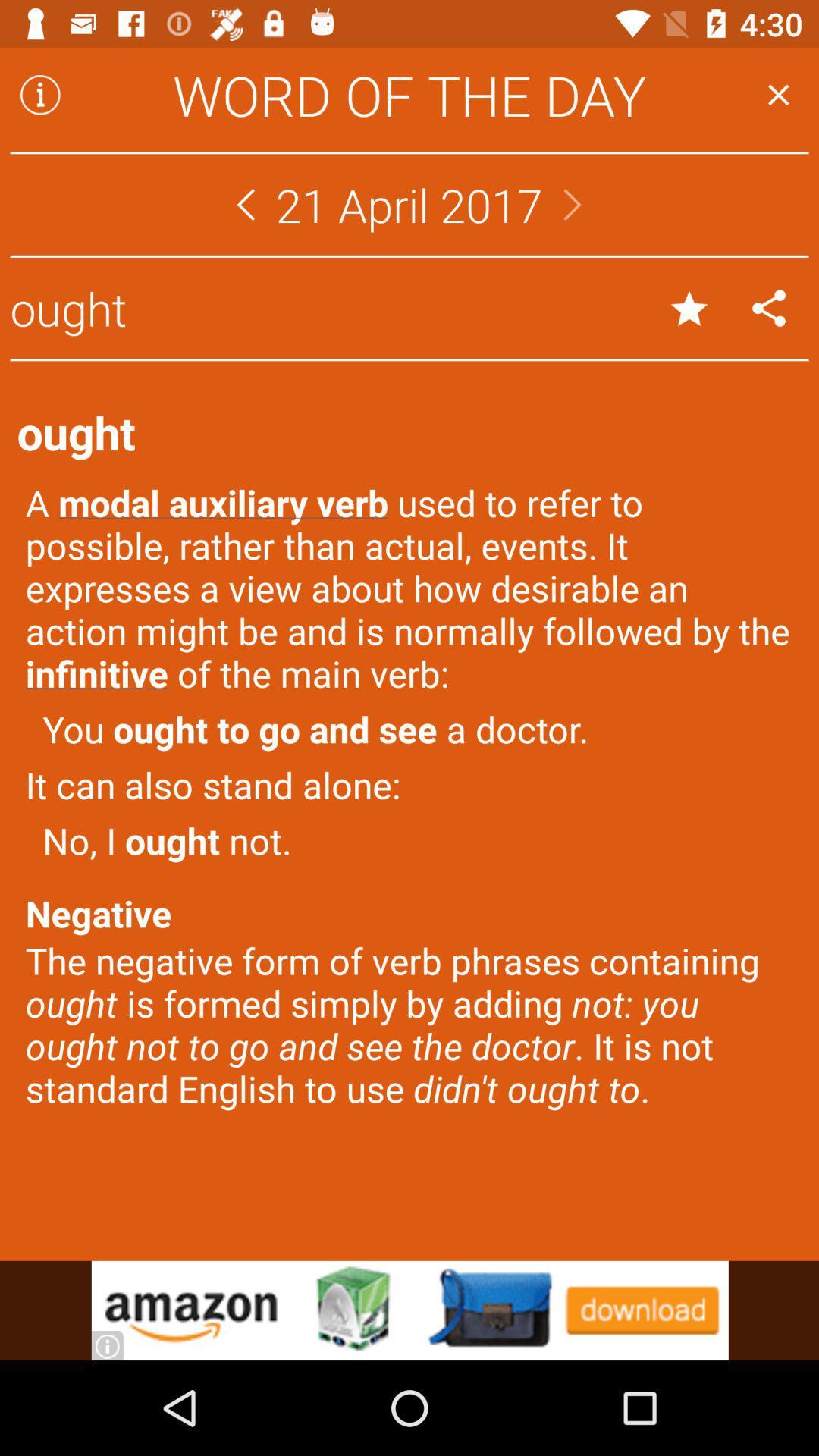  I want to click on next, so click(573, 203).